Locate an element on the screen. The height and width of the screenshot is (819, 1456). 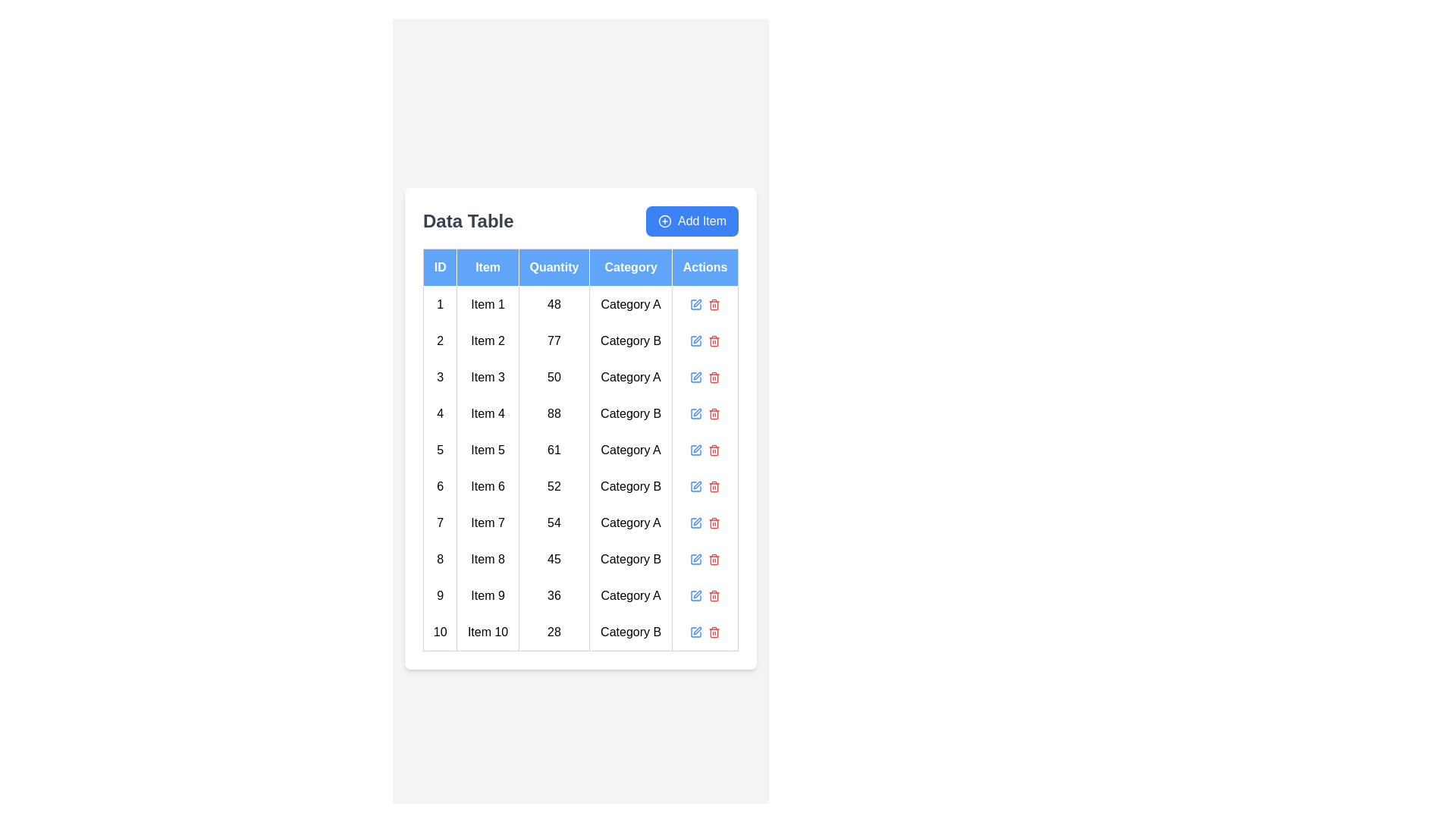
the trash bin icon, which is a red icon located in the rightmost section of the data table rows is located at coordinates (714, 304).